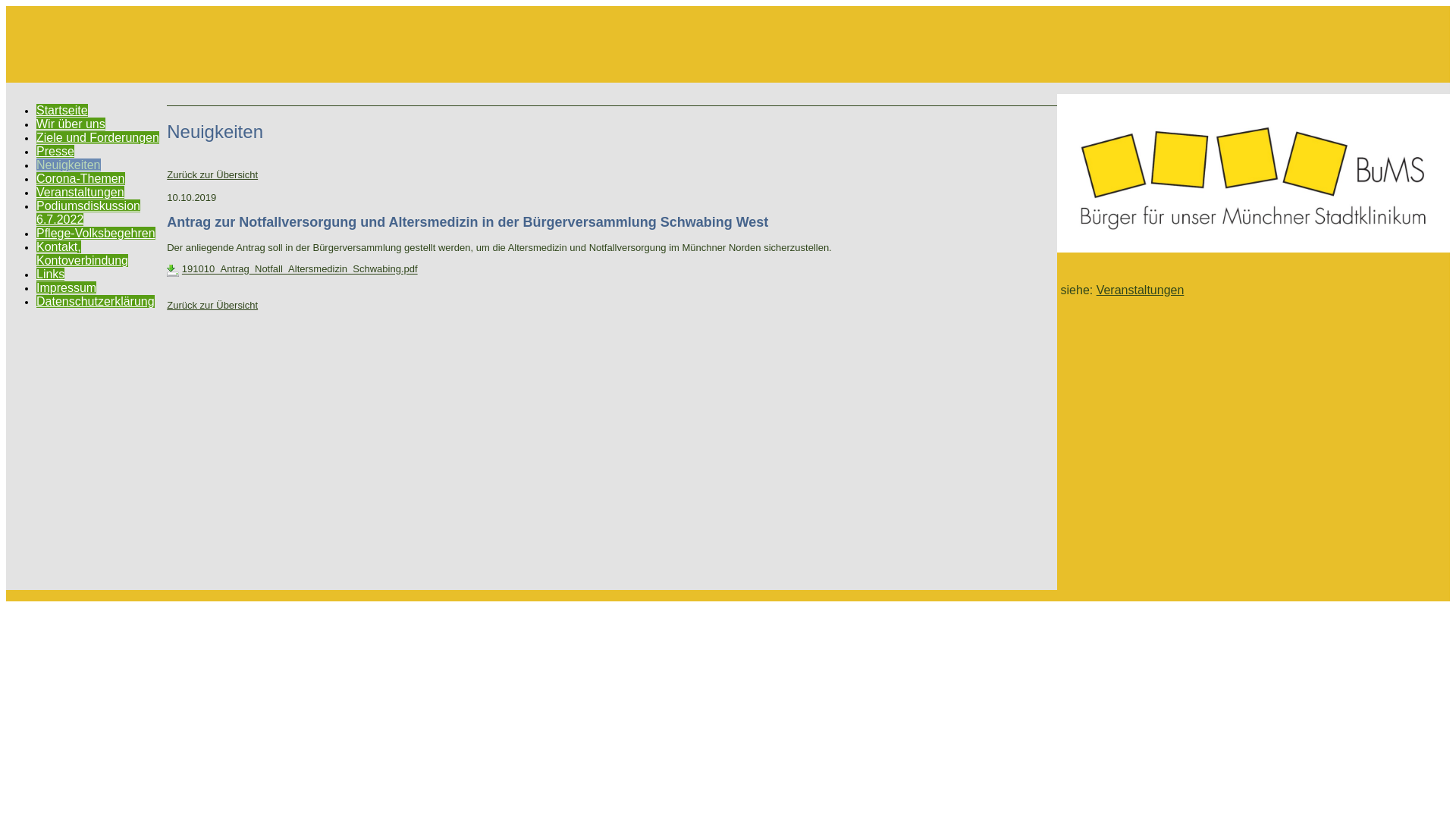 The width and height of the screenshot is (1456, 819). Describe the element at coordinates (50, 274) in the screenshot. I see `'Links'` at that location.